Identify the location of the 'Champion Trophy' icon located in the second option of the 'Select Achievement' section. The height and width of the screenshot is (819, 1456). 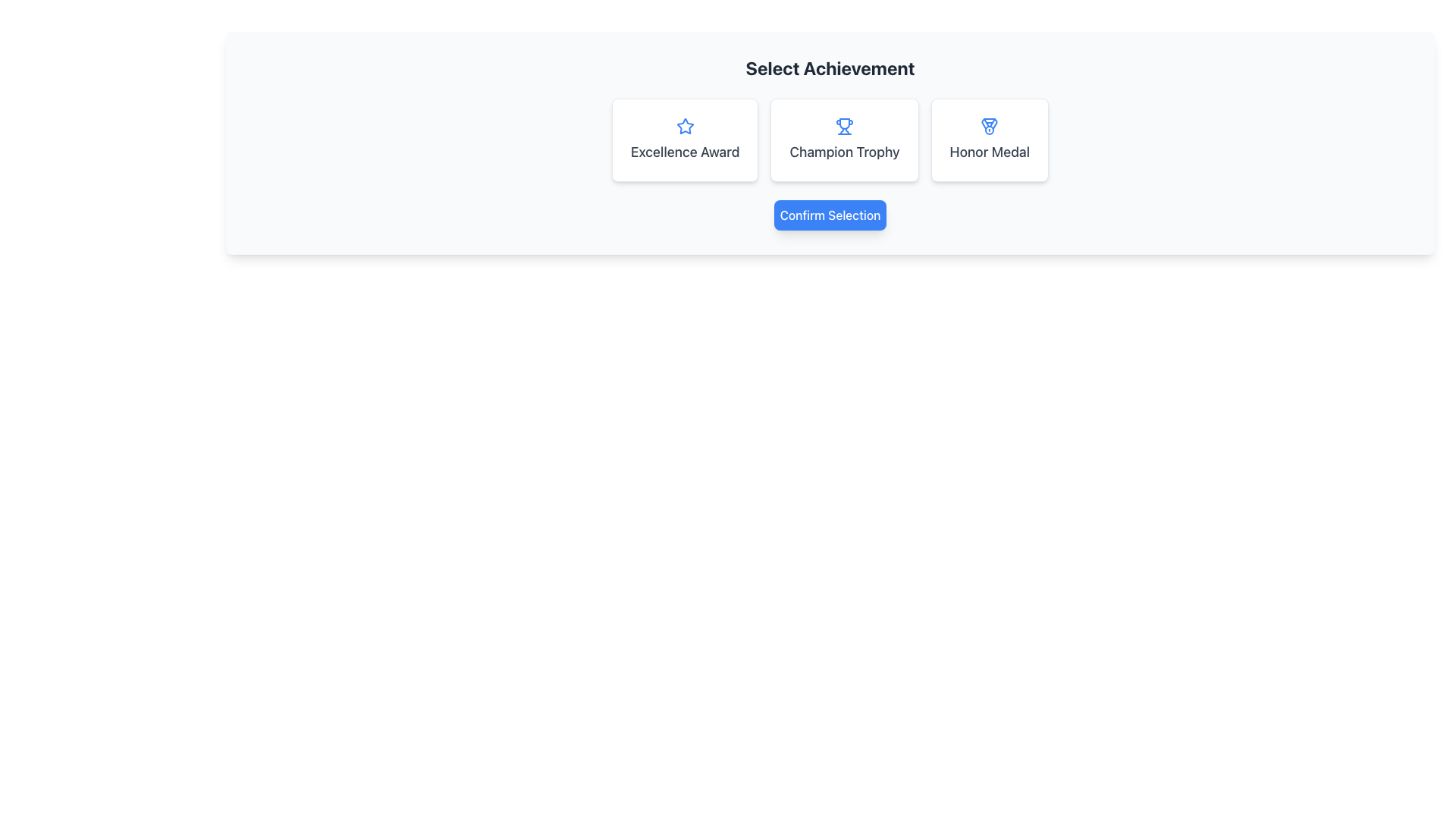
(843, 125).